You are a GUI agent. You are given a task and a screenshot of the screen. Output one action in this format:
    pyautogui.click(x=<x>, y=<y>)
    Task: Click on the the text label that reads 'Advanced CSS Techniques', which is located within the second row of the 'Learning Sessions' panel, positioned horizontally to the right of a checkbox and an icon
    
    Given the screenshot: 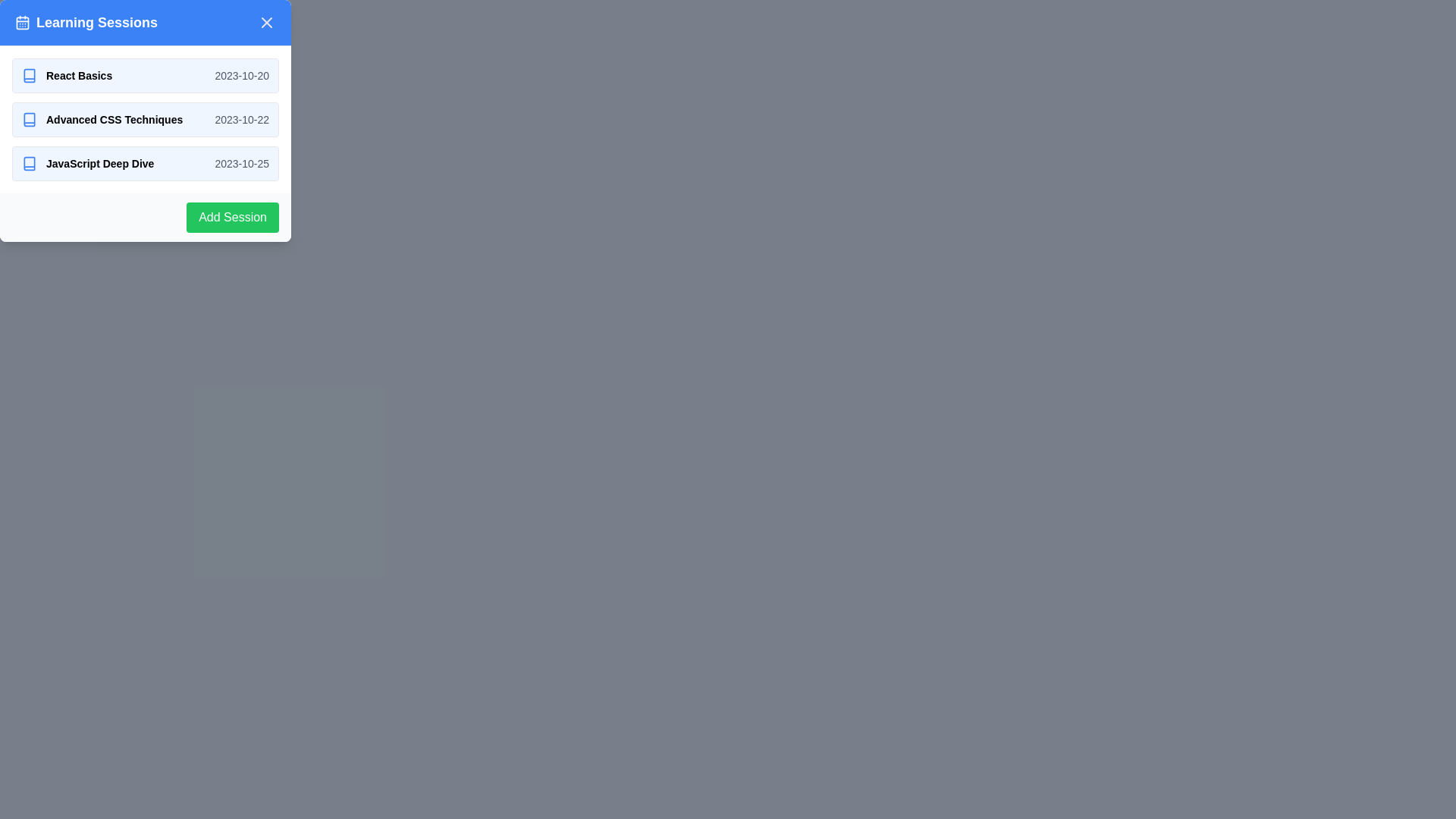 What is the action you would take?
    pyautogui.click(x=114, y=119)
    